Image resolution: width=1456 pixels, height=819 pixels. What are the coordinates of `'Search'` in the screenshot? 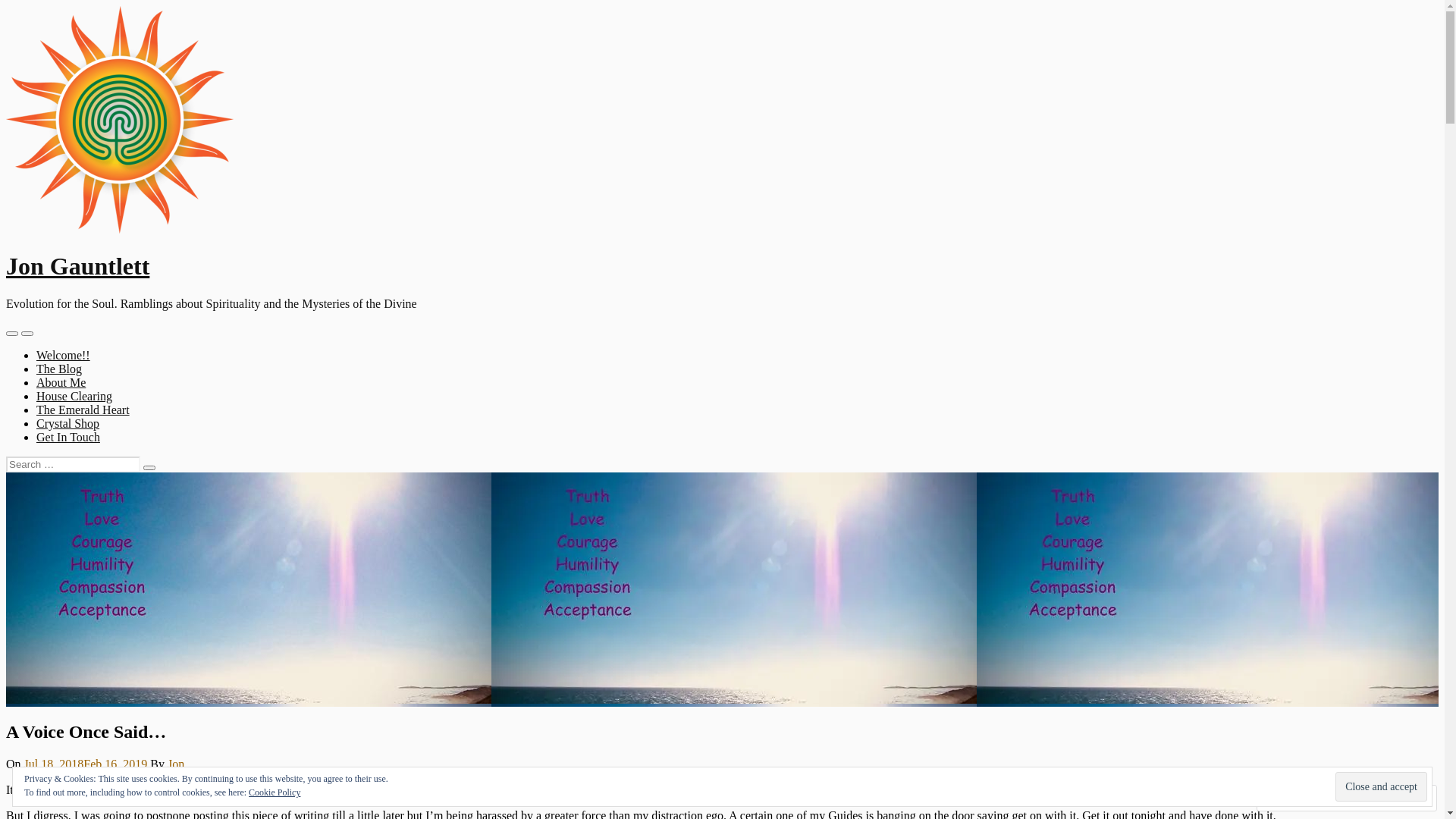 It's located at (149, 467).